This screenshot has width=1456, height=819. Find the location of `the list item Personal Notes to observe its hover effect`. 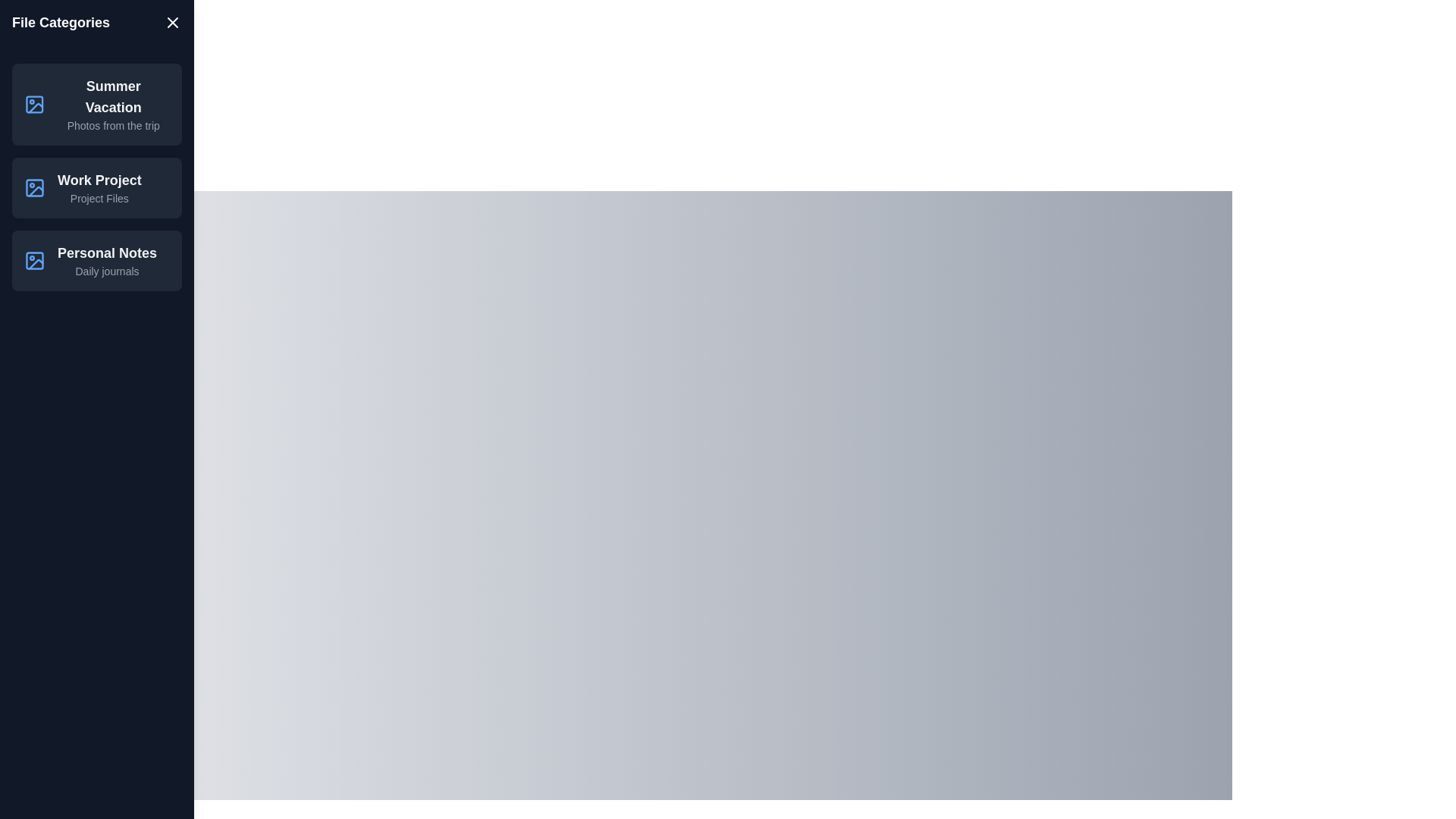

the list item Personal Notes to observe its hover effect is located at coordinates (96, 259).